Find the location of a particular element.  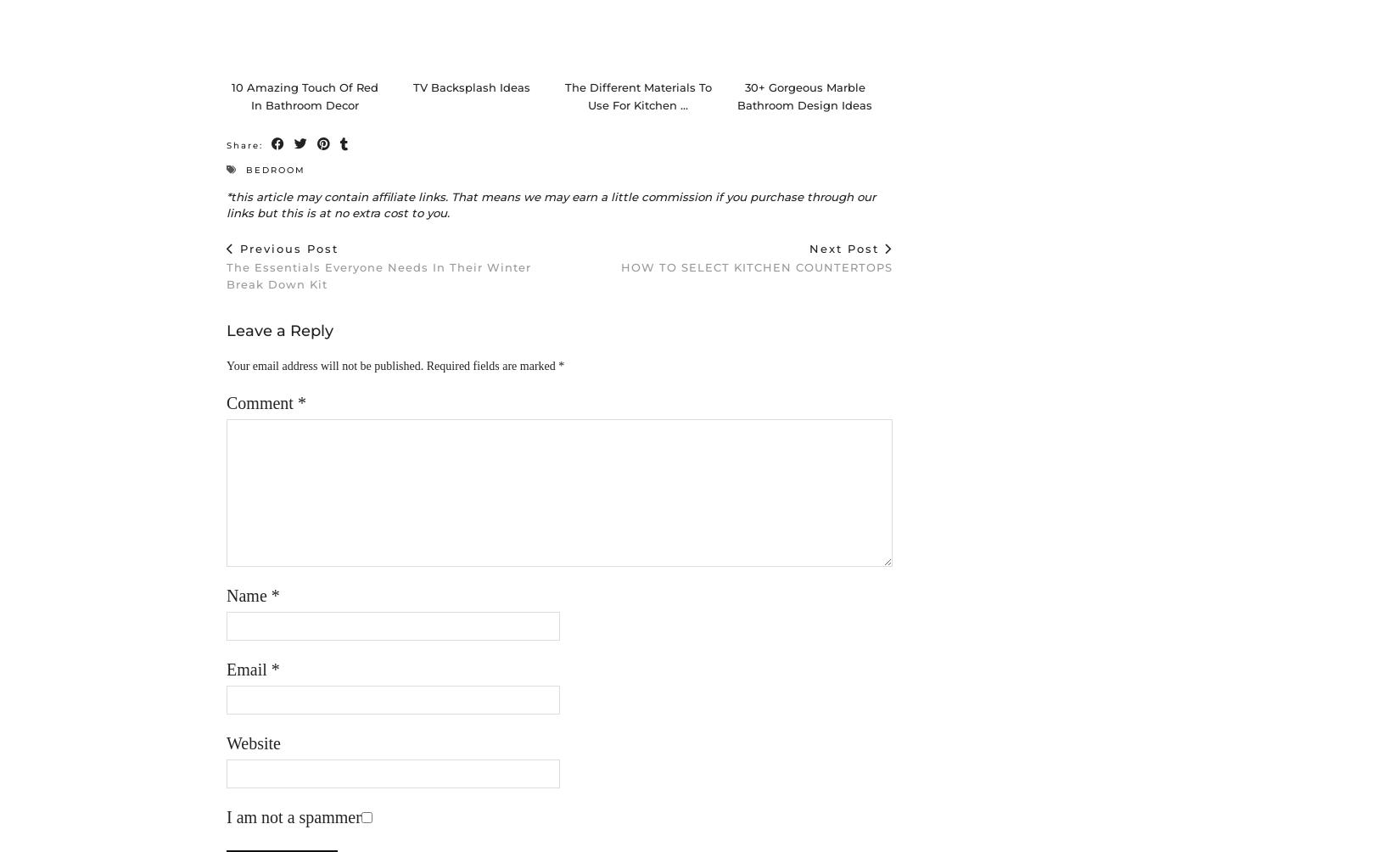

'BEDROOM' is located at coordinates (276, 186).